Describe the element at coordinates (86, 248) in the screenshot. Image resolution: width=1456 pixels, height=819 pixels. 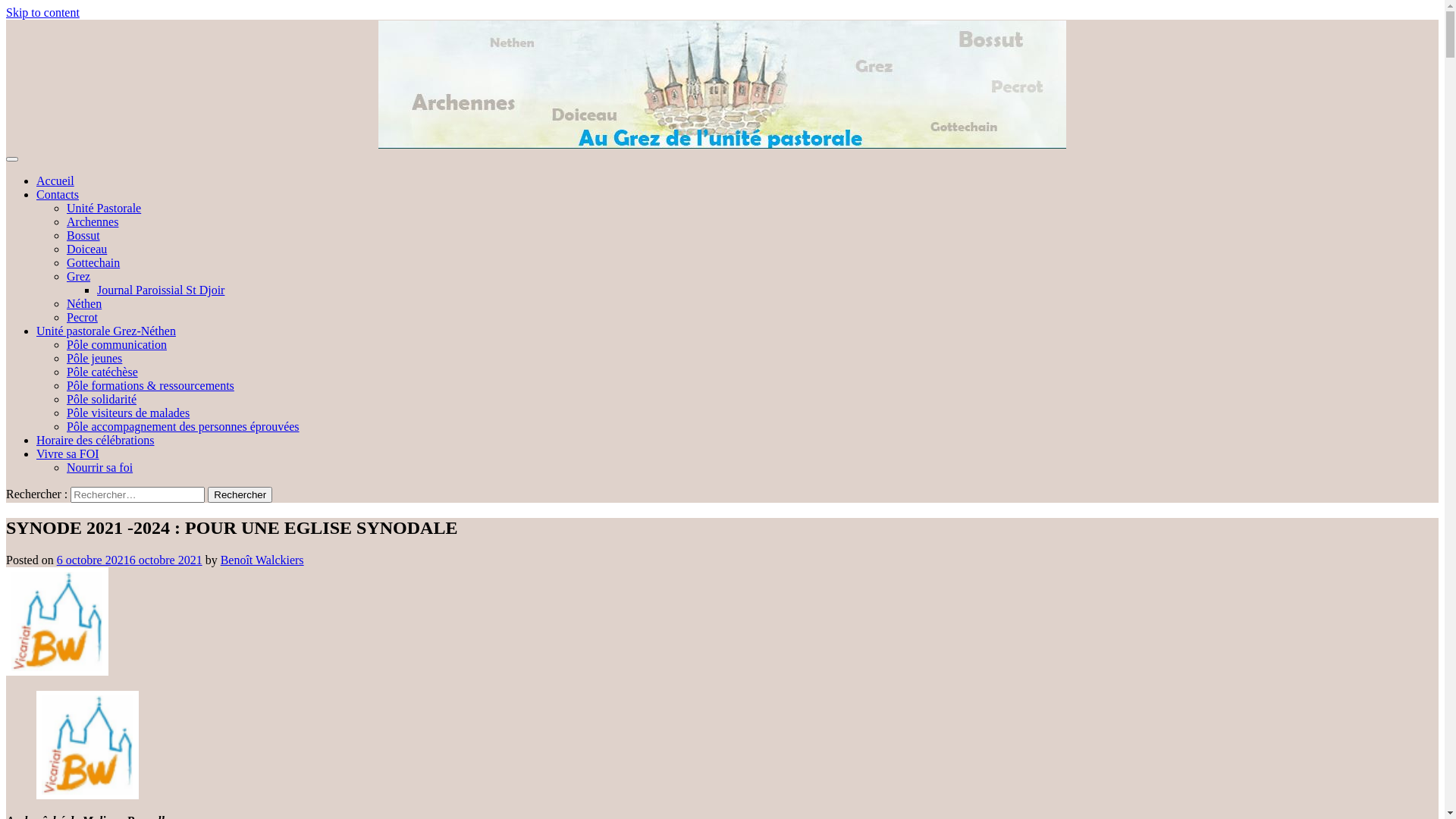
I see `'Doiceau'` at that location.